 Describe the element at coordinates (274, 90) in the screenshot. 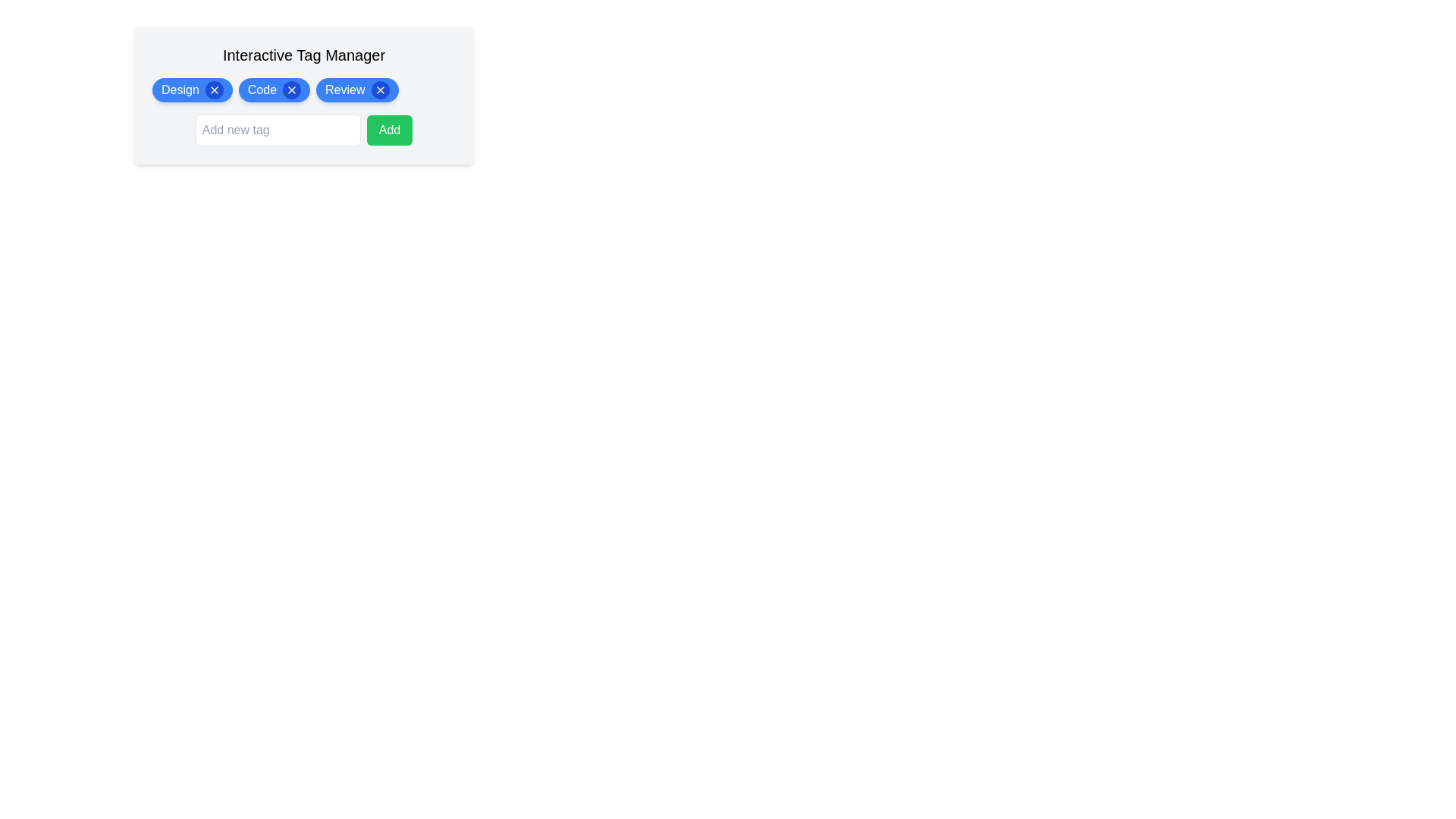

I see `the close button on the blue 'Code' tag` at that location.